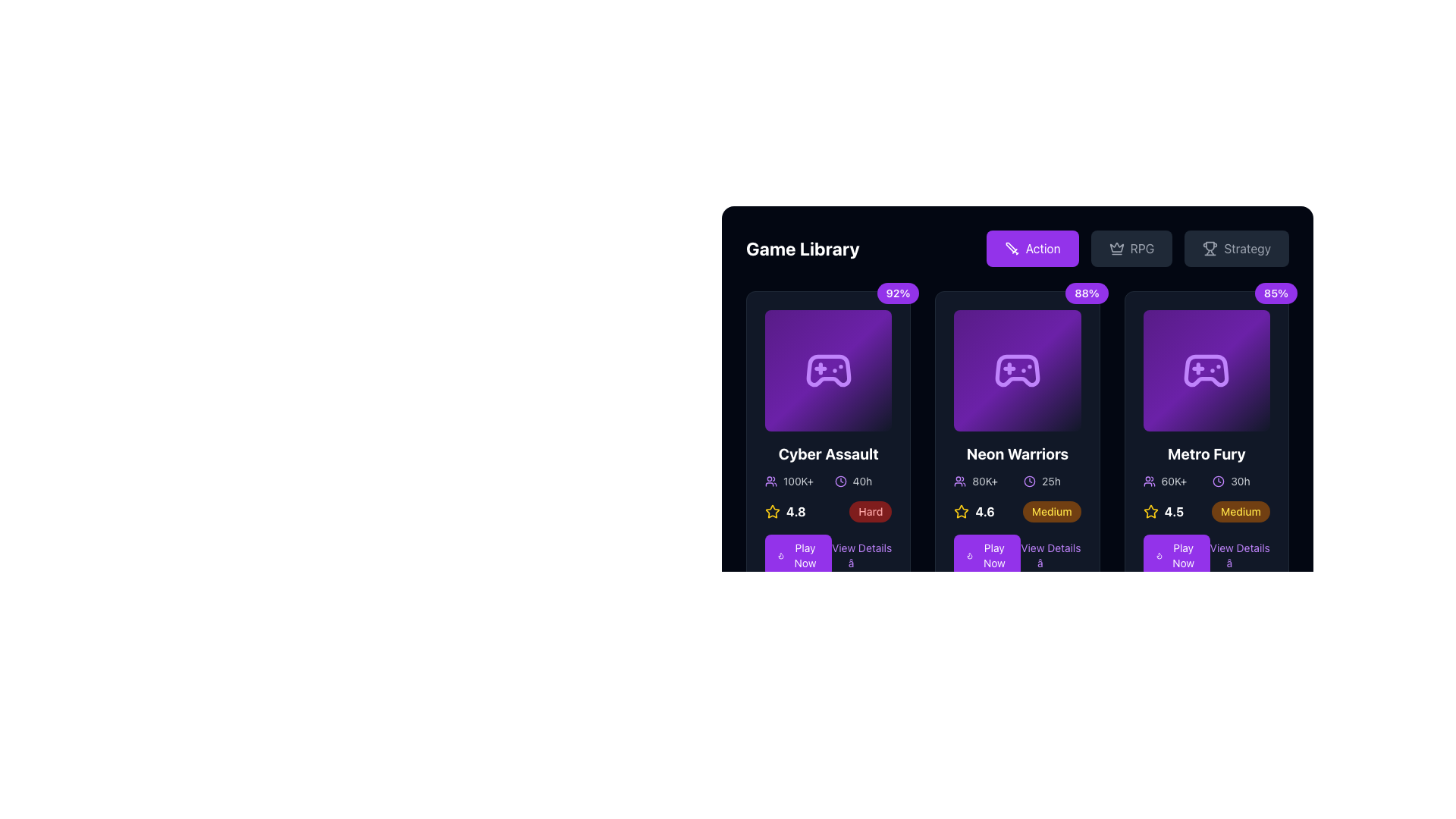 The image size is (1456, 819). I want to click on the star icon representing the game rating for 'Metro Fury', located immediately to the left of the rating value '4.5', so click(1150, 512).